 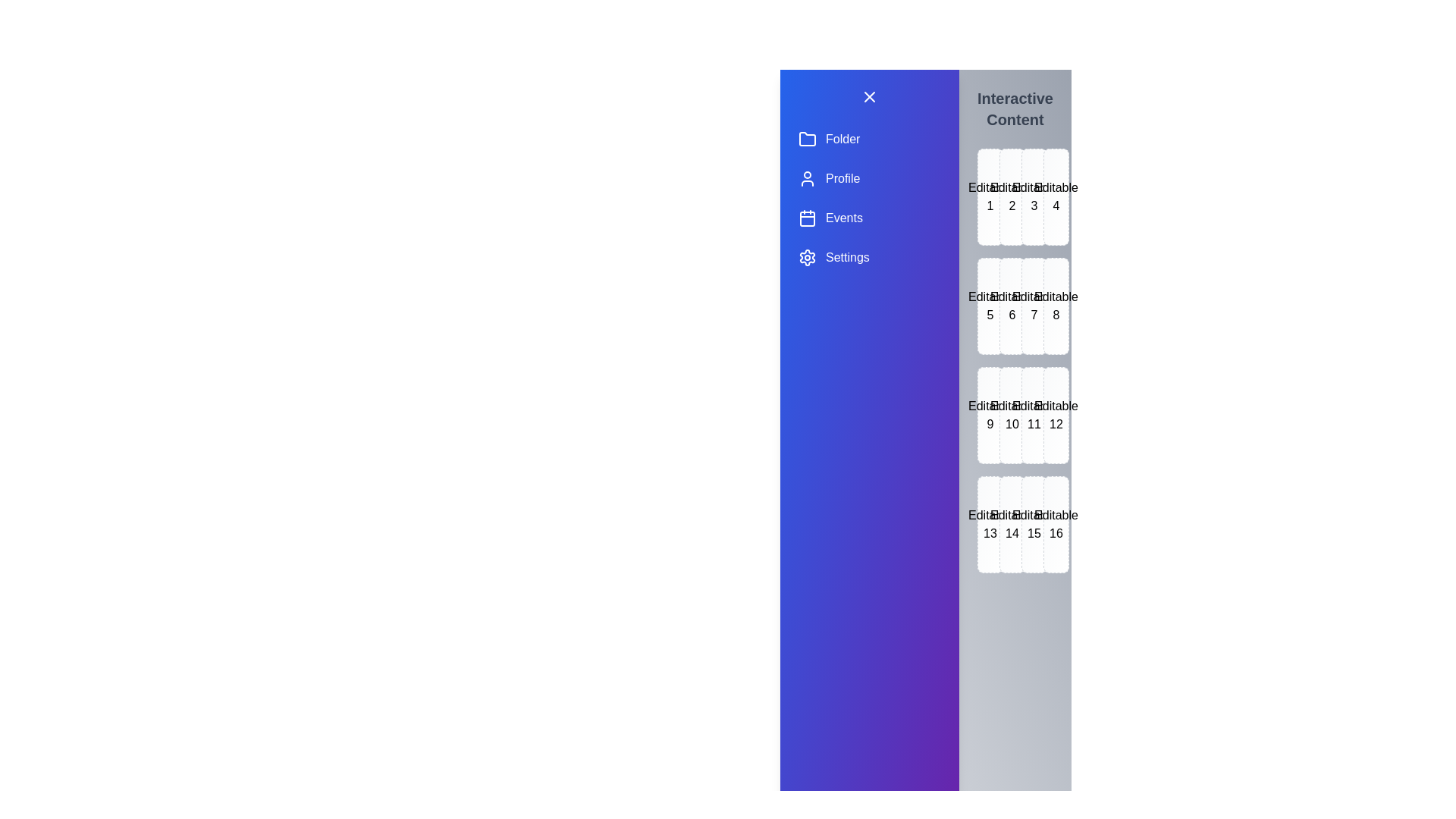 What do you see at coordinates (869, 140) in the screenshot?
I see `the drawer item labeled Folder` at bounding box center [869, 140].